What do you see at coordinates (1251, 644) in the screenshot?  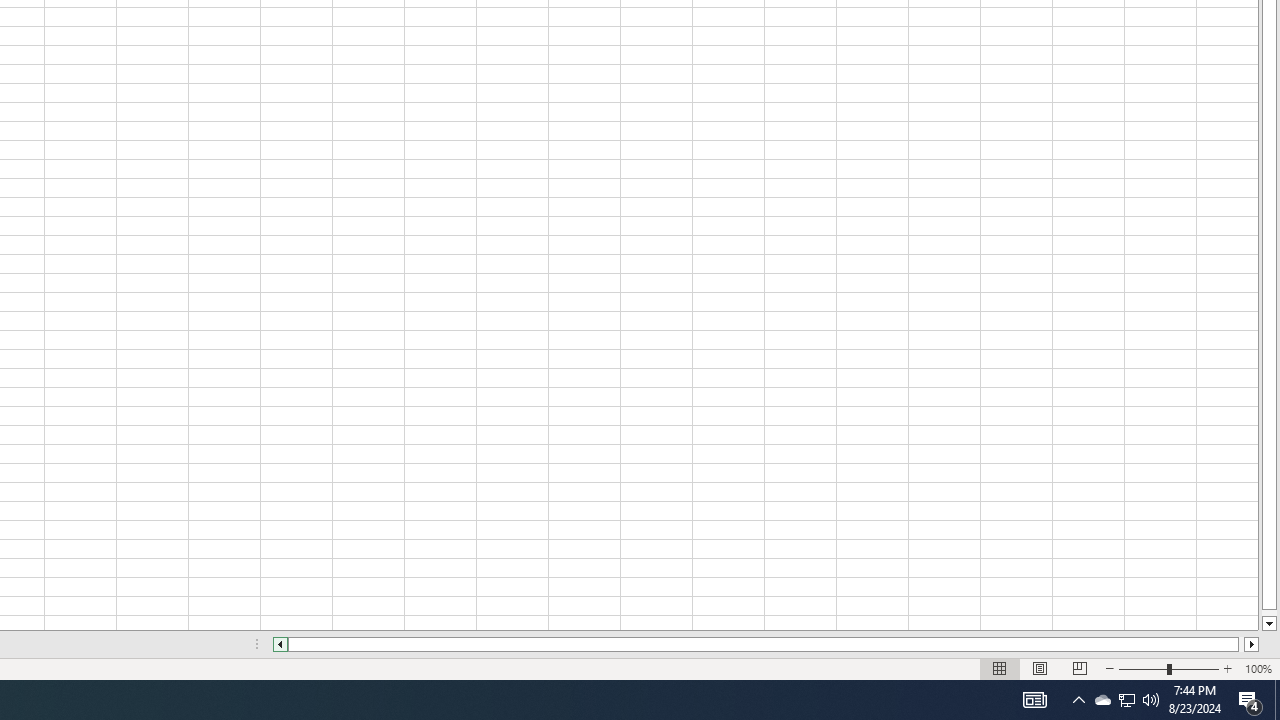 I see `'Column right'` at bounding box center [1251, 644].